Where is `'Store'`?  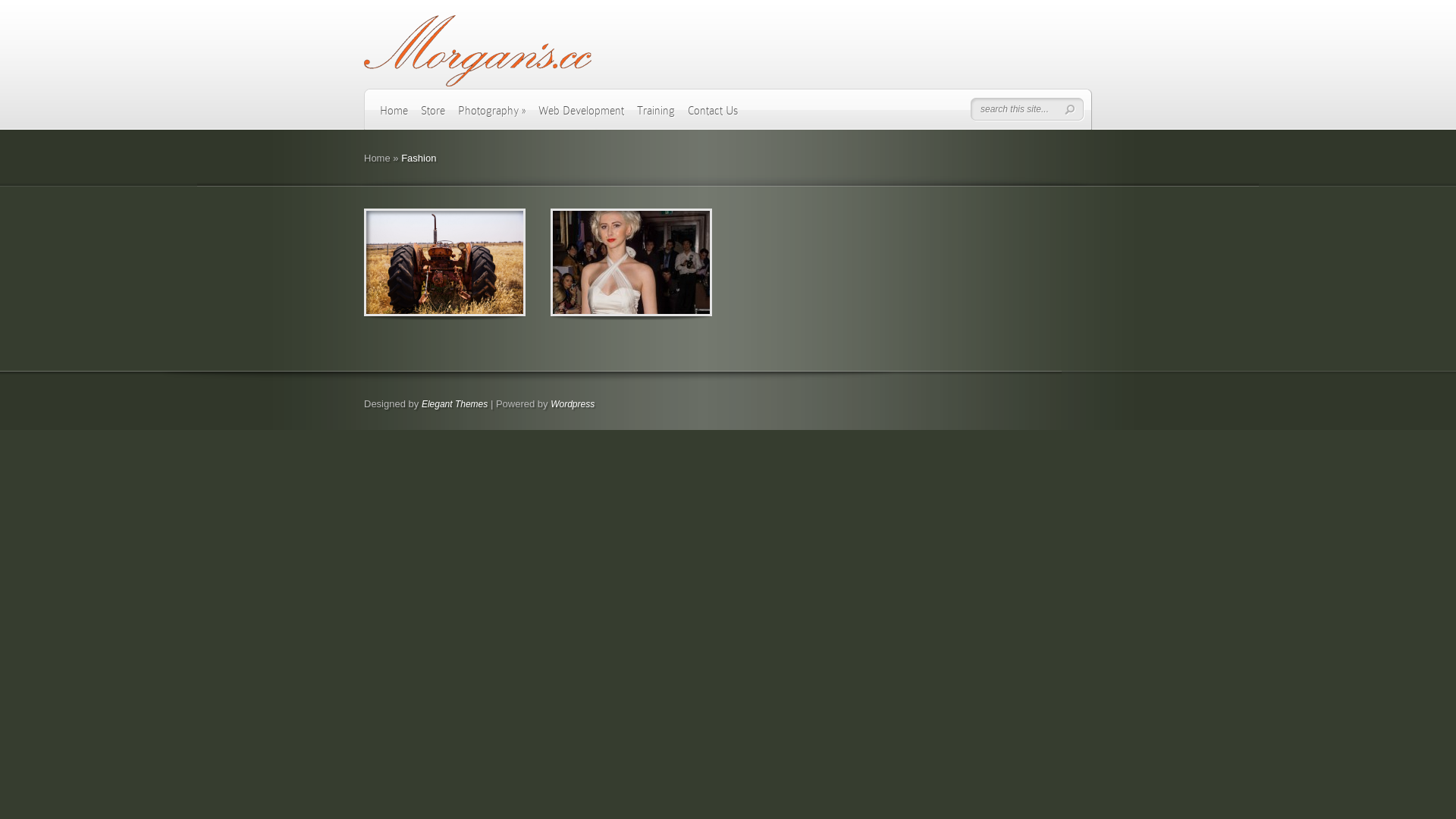
'Store' is located at coordinates (432, 115).